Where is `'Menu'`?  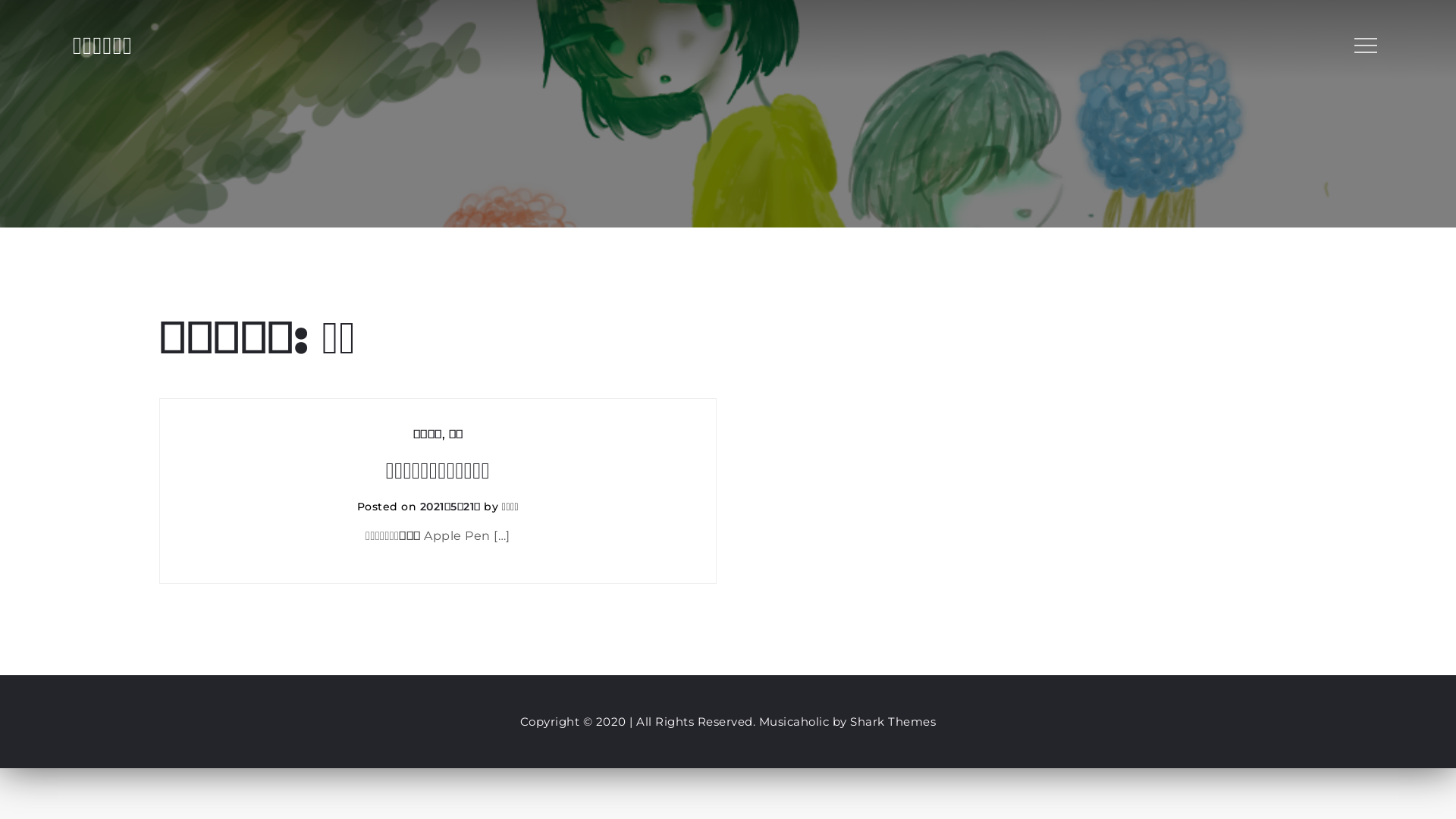 'Menu' is located at coordinates (1364, 45).